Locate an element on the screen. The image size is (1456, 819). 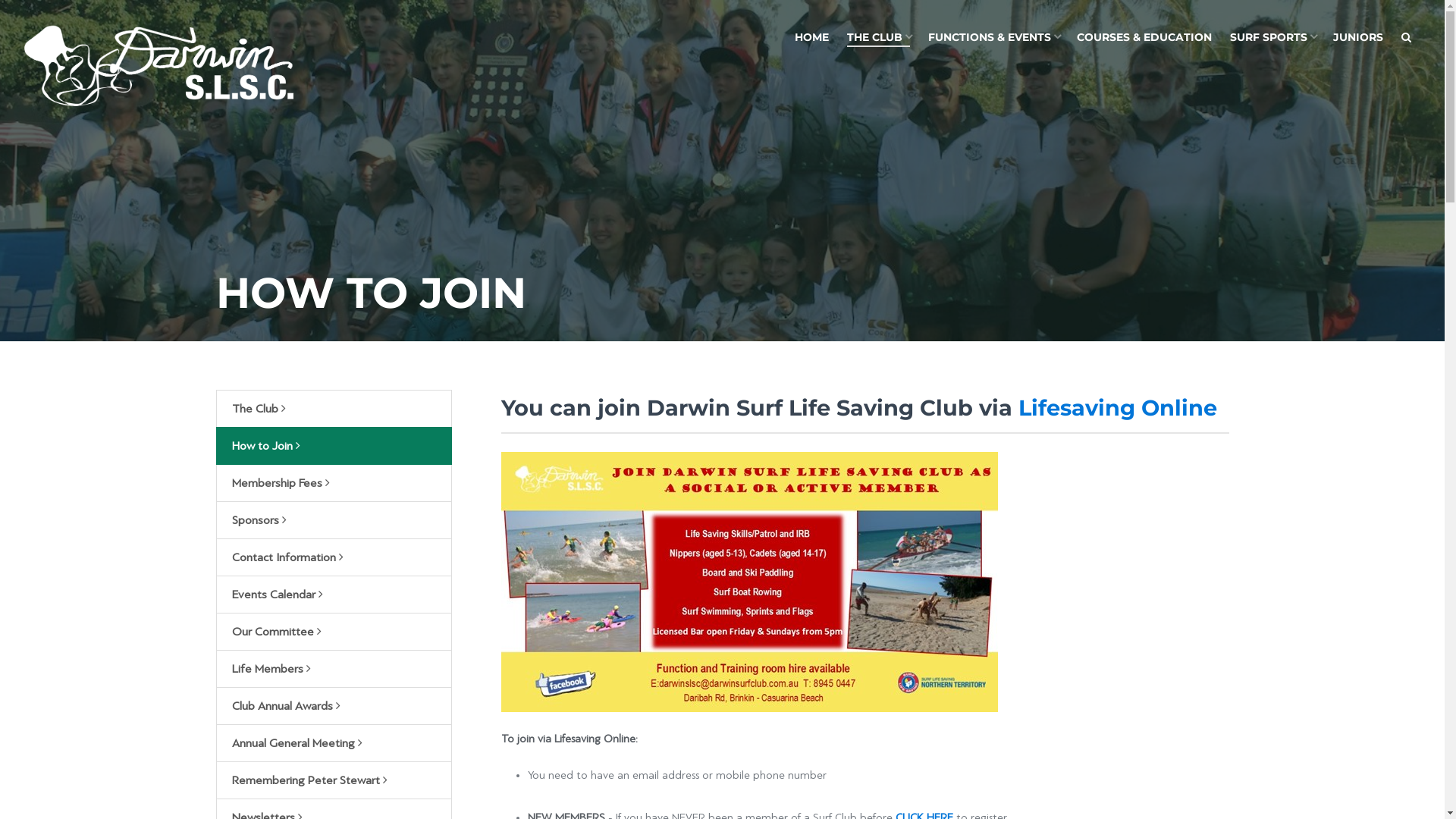
'How to Join ' is located at coordinates (333, 444).